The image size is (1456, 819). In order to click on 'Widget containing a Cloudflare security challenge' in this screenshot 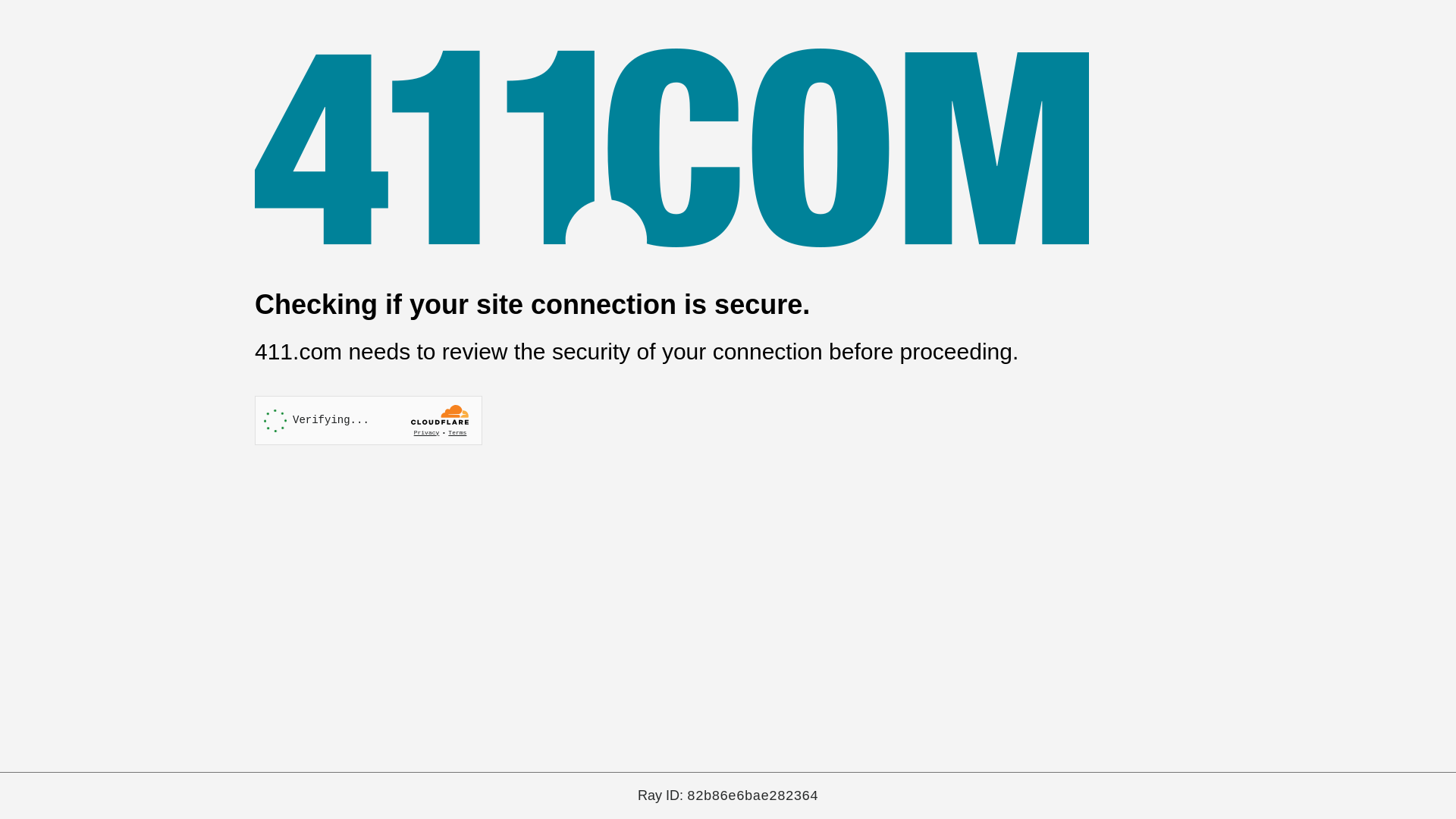, I will do `click(368, 420)`.